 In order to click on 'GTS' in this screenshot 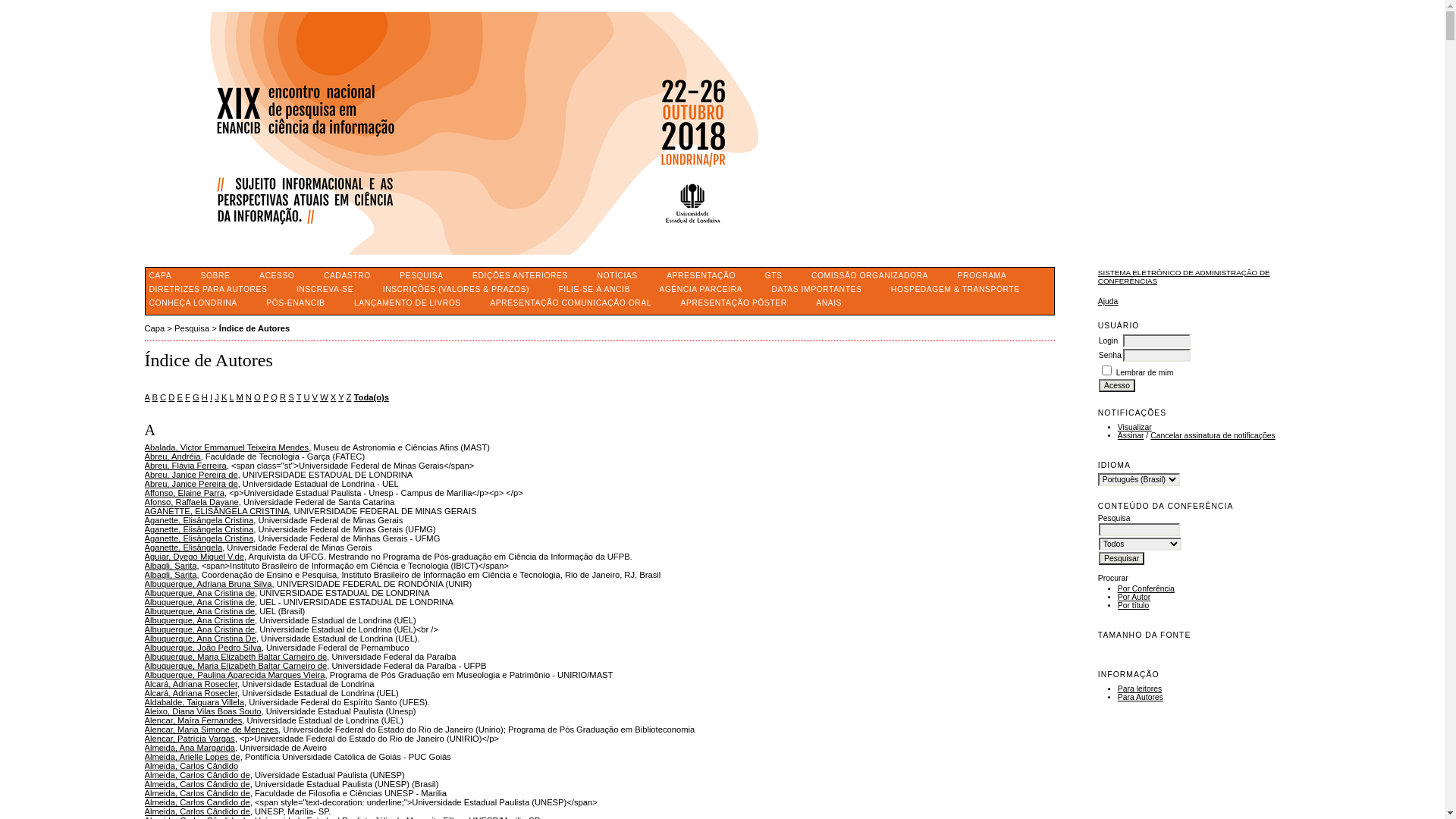, I will do `click(773, 275)`.